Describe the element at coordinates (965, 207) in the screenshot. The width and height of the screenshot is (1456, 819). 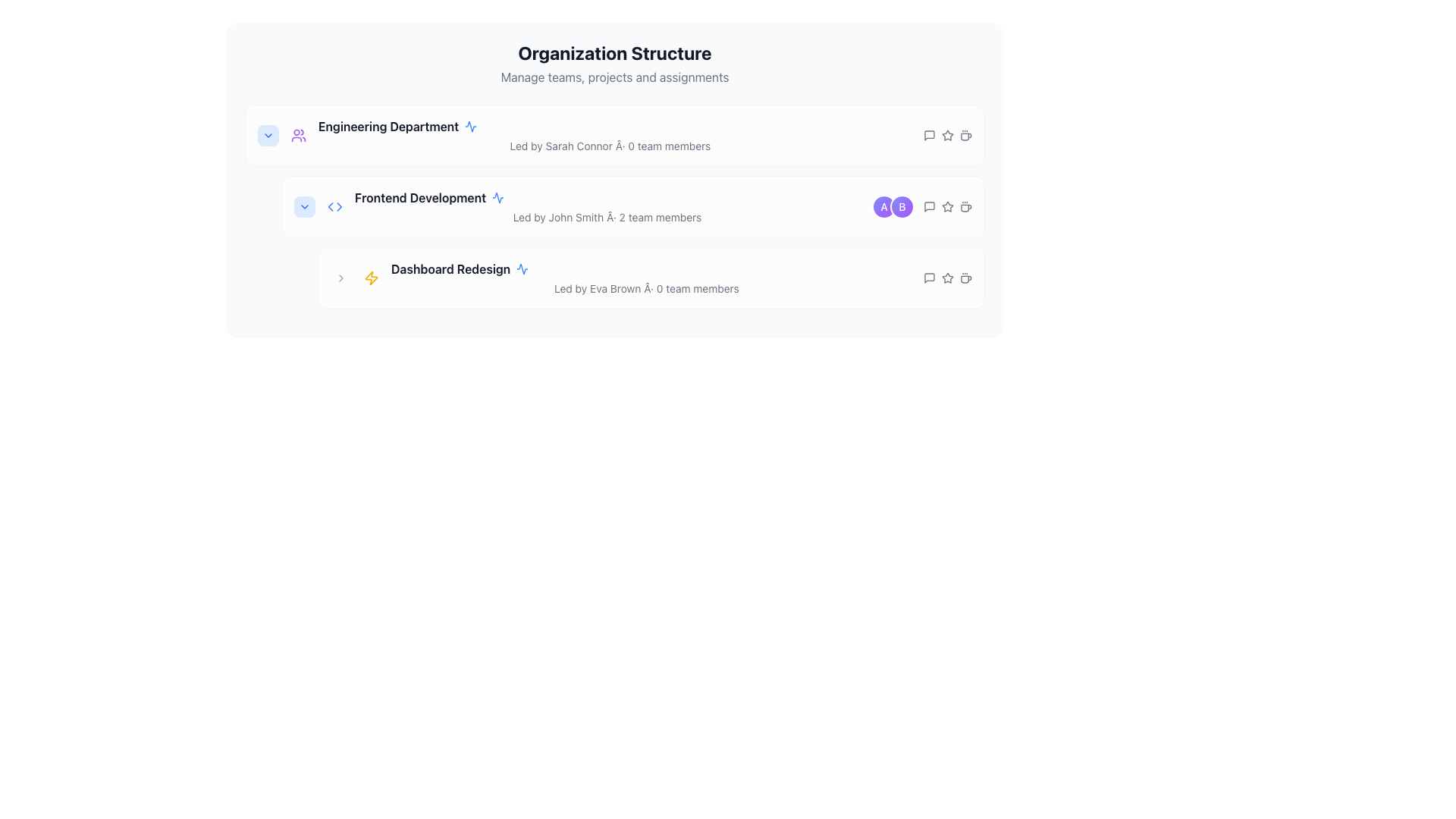
I see `the coffee cup icon with steam, located in the 'Frontend Development' section of the 'Organization Structure', which is the last icon following the star icon` at that location.